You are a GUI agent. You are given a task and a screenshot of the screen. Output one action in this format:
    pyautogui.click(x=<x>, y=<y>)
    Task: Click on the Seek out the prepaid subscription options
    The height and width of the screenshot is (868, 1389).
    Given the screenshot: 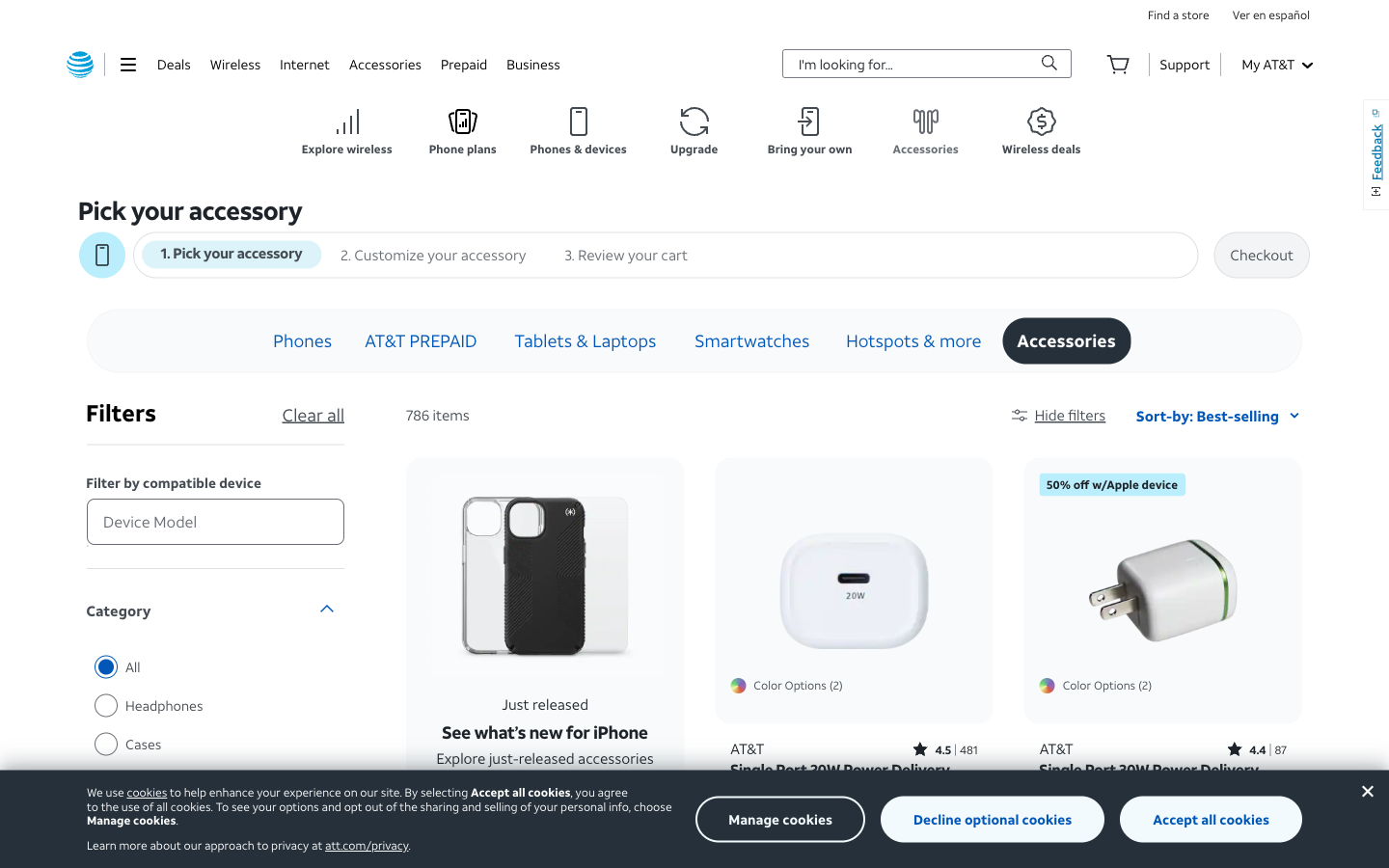 What is the action you would take?
    pyautogui.click(x=463, y=63)
    